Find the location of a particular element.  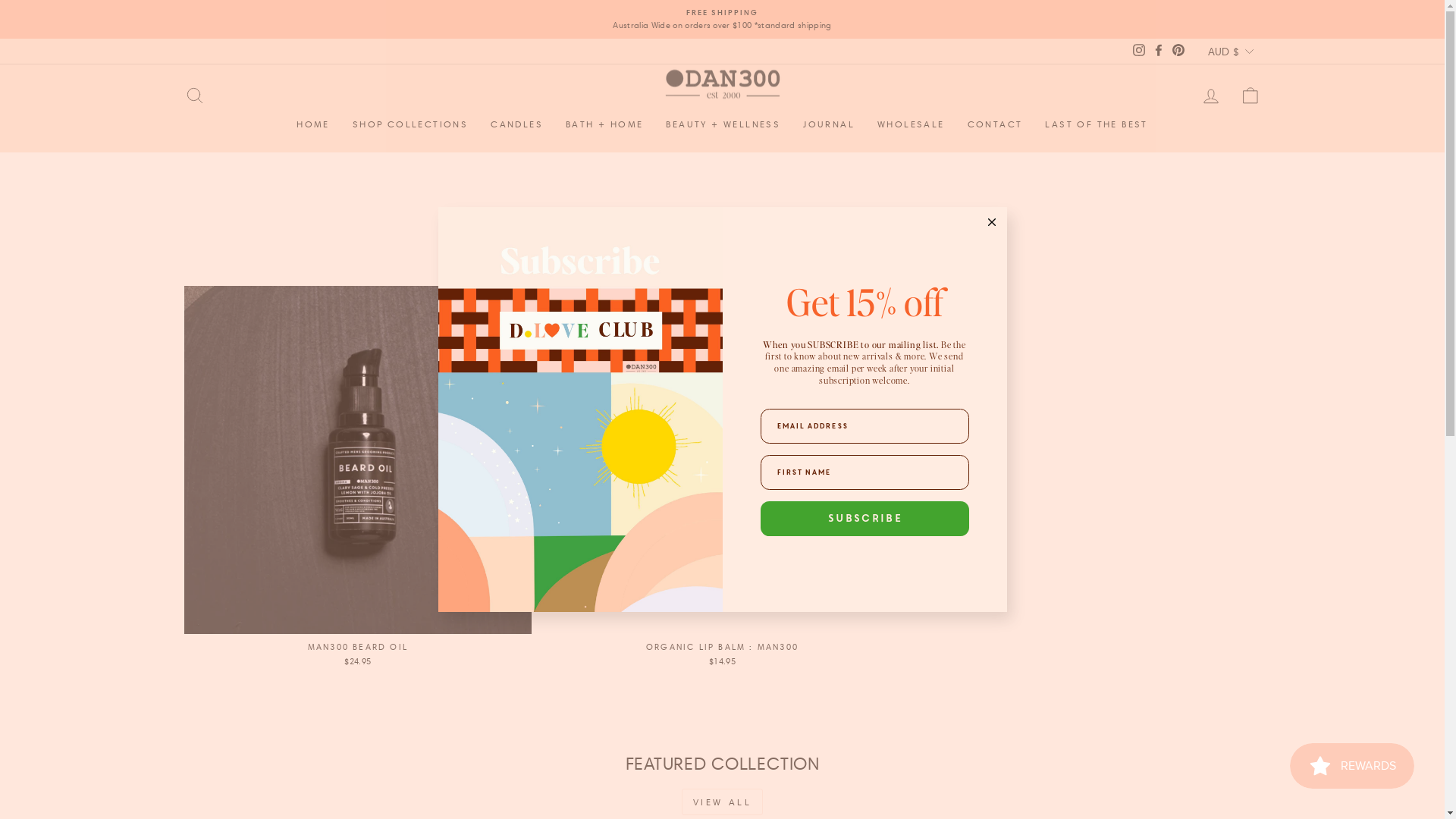

'LAST OF THE BEST' is located at coordinates (1096, 124).